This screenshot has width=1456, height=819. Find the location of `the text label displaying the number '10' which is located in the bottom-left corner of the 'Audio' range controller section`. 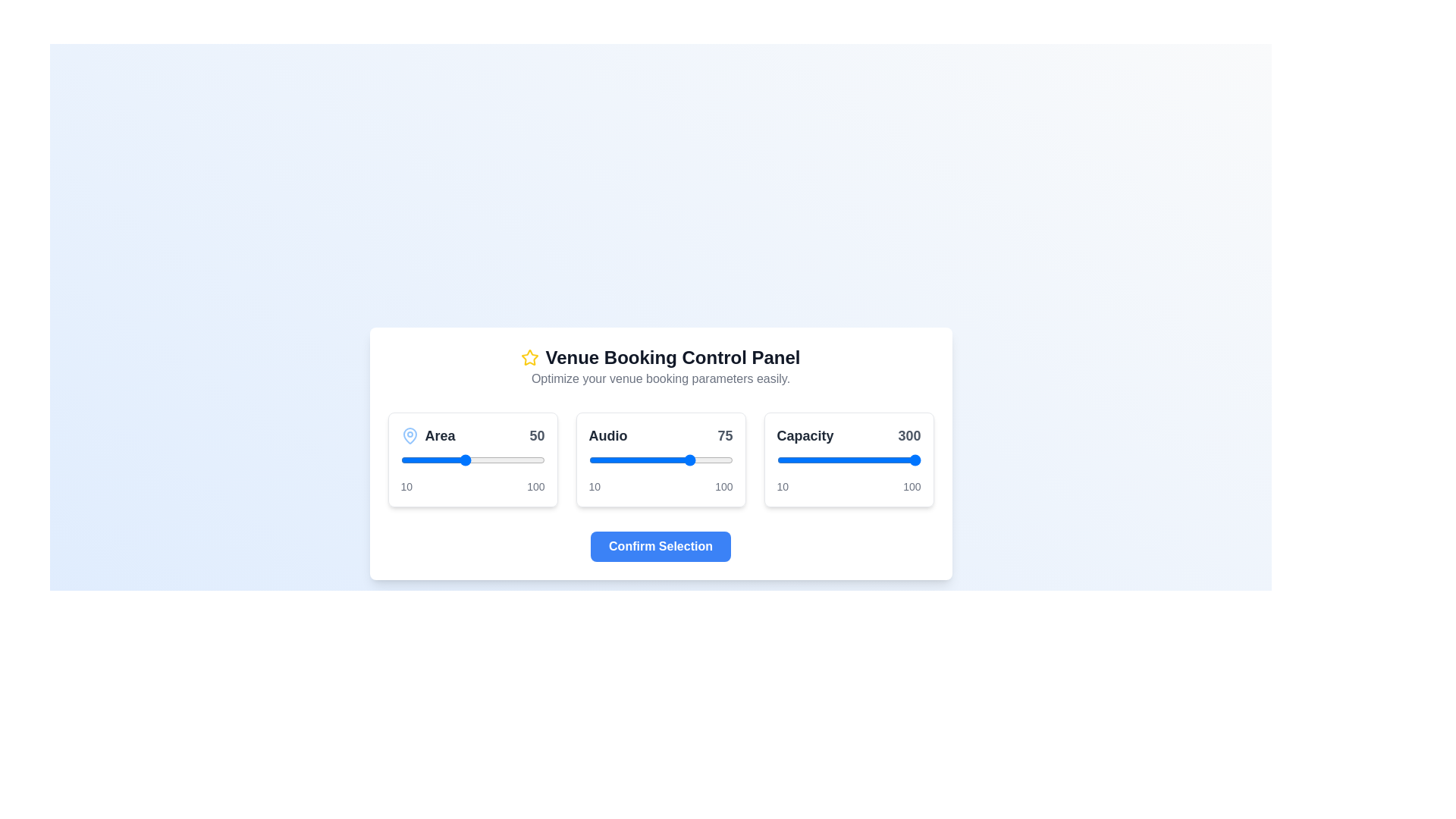

the text label displaying the number '10' which is located in the bottom-left corner of the 'Audio' range controller section is located at coordinates (406, 486).